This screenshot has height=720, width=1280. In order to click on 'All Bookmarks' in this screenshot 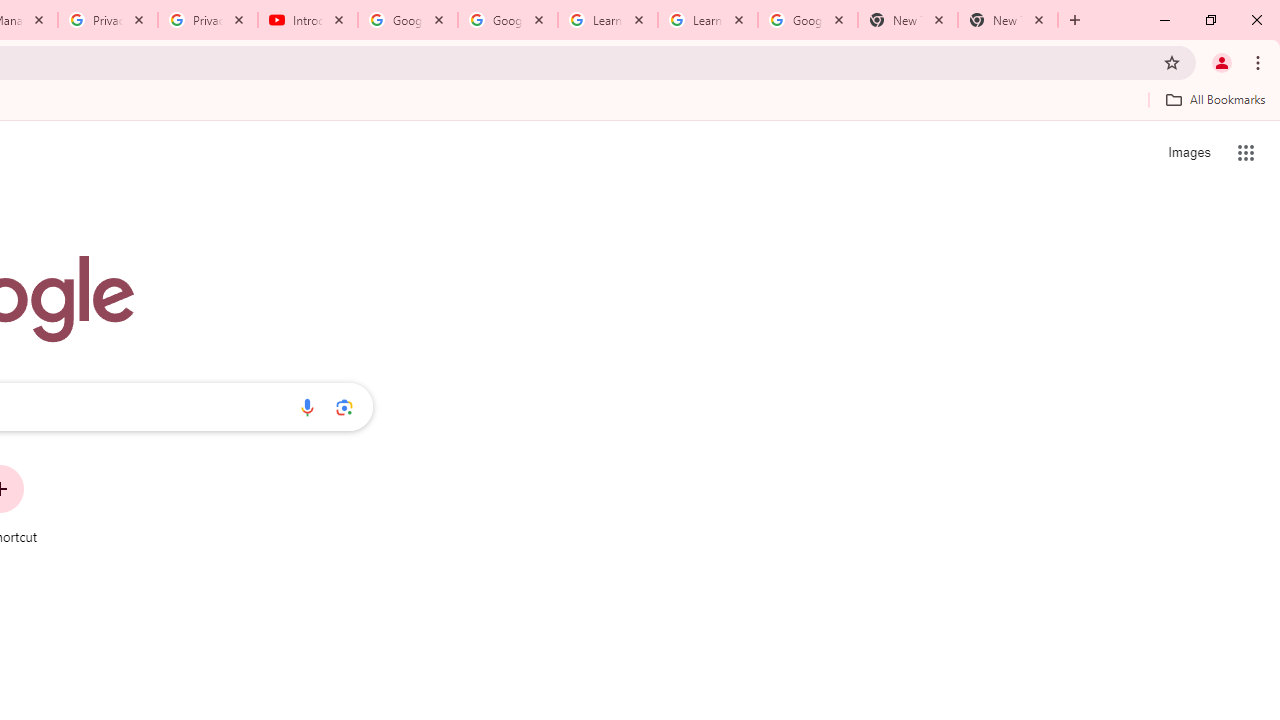, I will do `click(1214, 99)`.